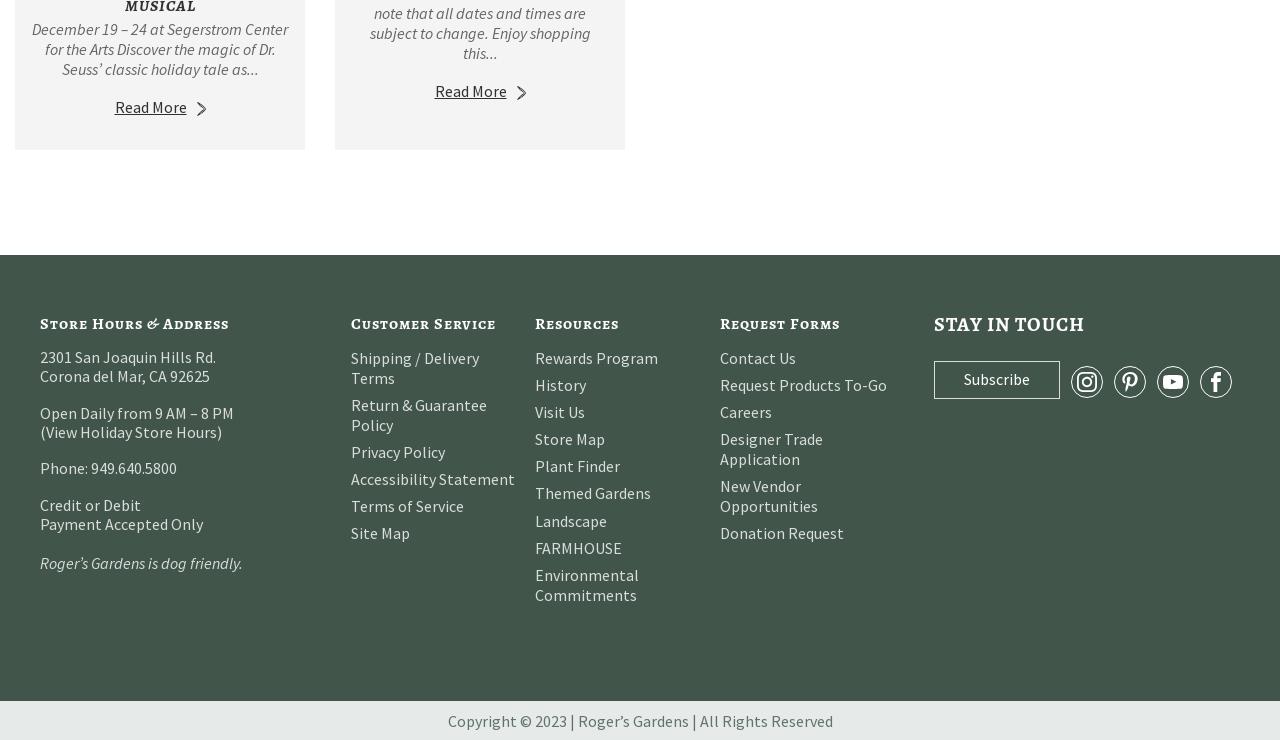 The width and height of the screenshot is (1280, 740). What do you see at coordinates (45, 430) in the screenshot?
I see `'View Holiday  Store Hours'` at bounding box center [45, 430].